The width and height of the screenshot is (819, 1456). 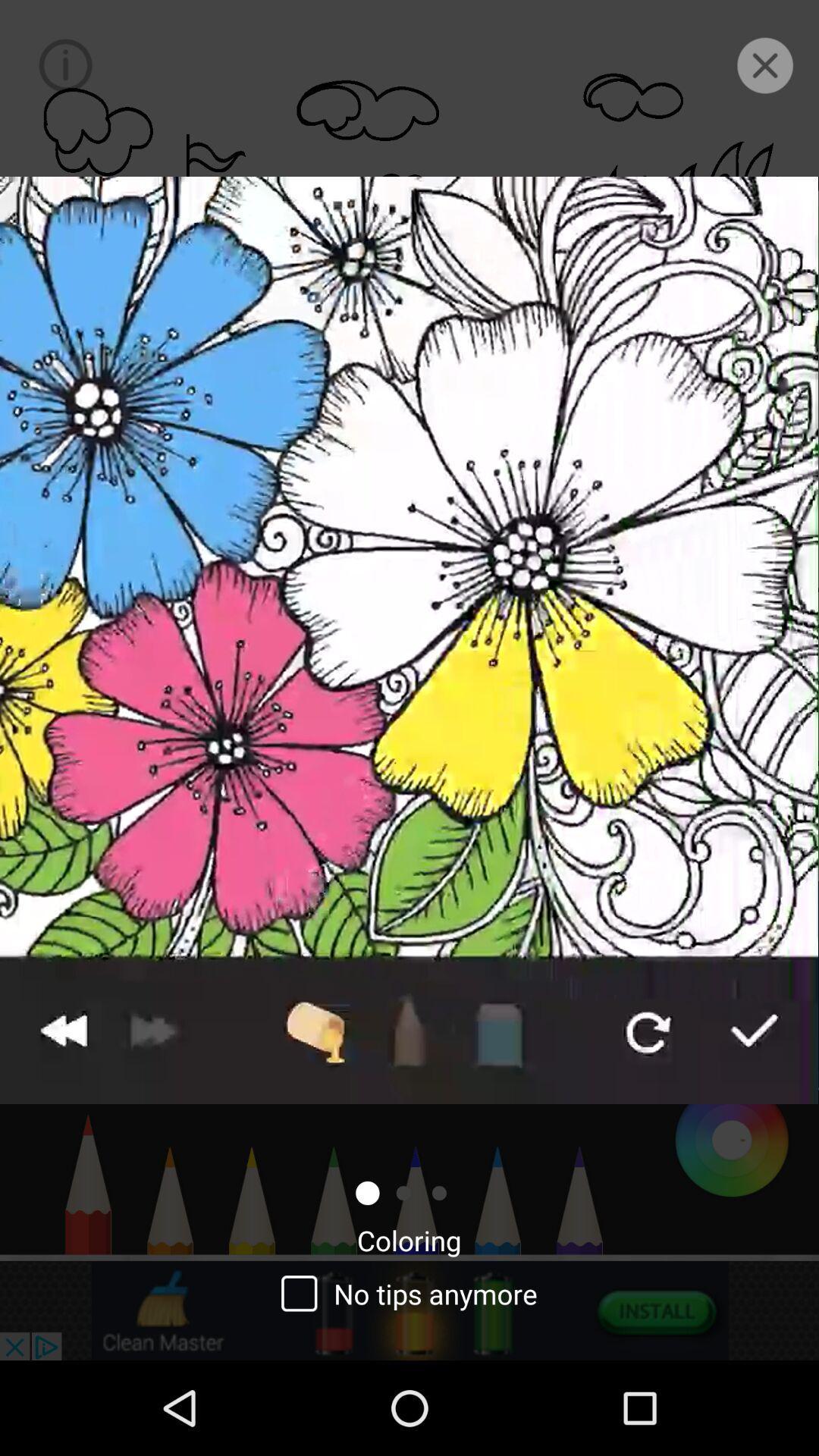 I want to click on the page option, so click(x=765, y=64).